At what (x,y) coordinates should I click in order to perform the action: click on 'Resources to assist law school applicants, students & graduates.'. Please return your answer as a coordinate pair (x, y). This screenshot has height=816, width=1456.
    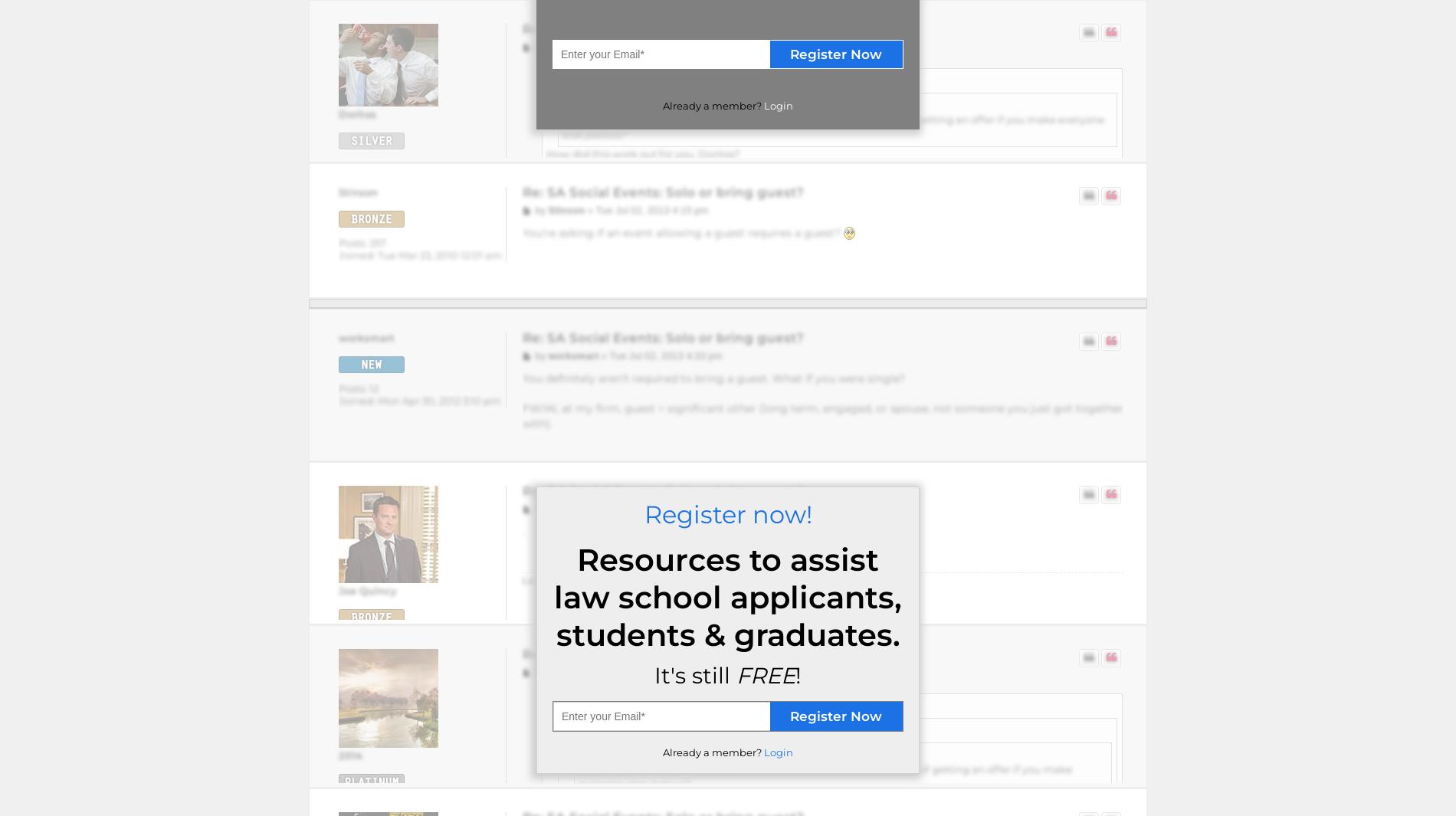
    Looking at the image, I should click on (728, 597).